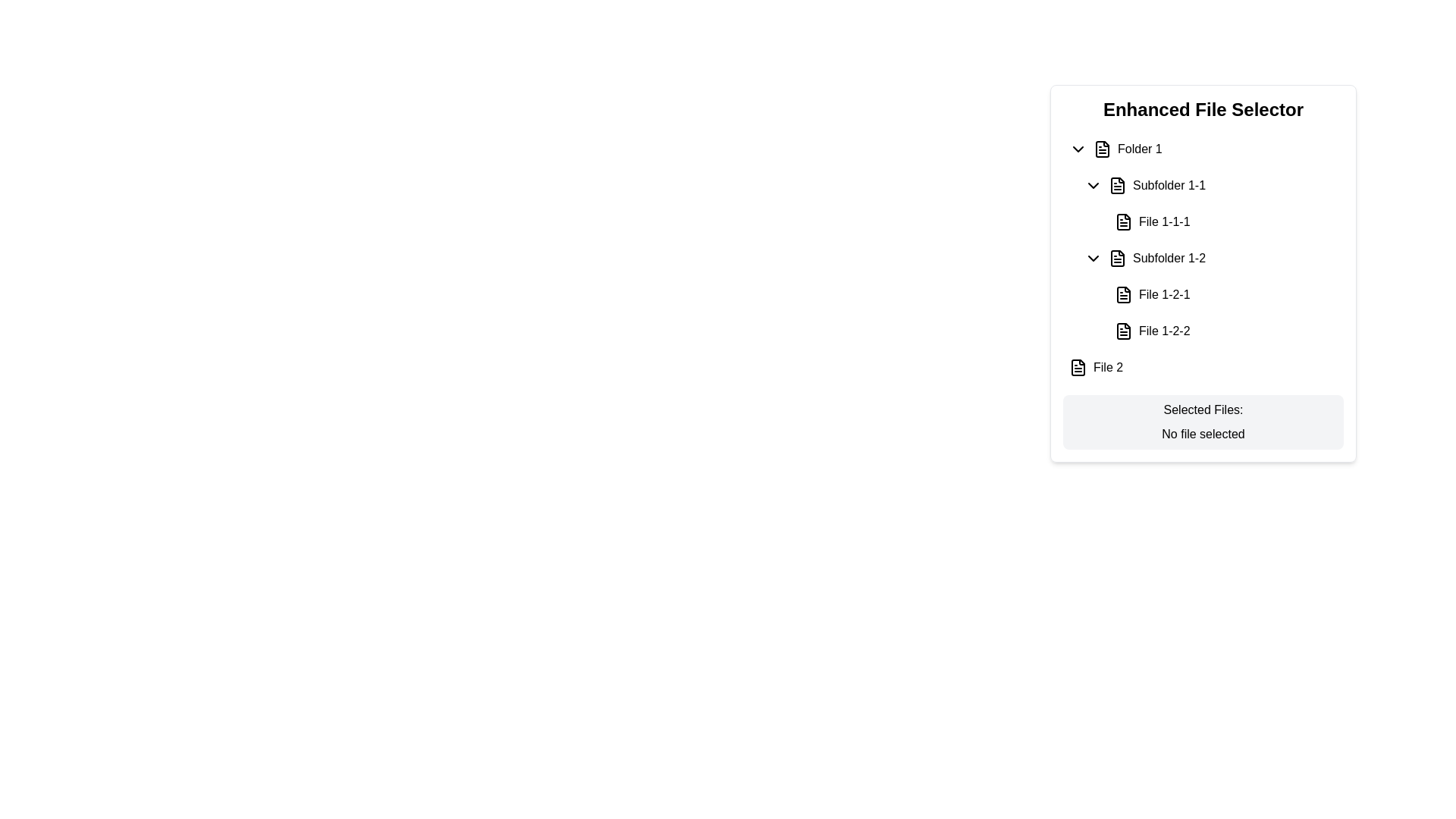 Image resolution: width=1456 pixels, height=819 pixels. I want to click on the file icon representing 'File 2', which is located to the left of its label in the file selector interface, so click(1077, 368).